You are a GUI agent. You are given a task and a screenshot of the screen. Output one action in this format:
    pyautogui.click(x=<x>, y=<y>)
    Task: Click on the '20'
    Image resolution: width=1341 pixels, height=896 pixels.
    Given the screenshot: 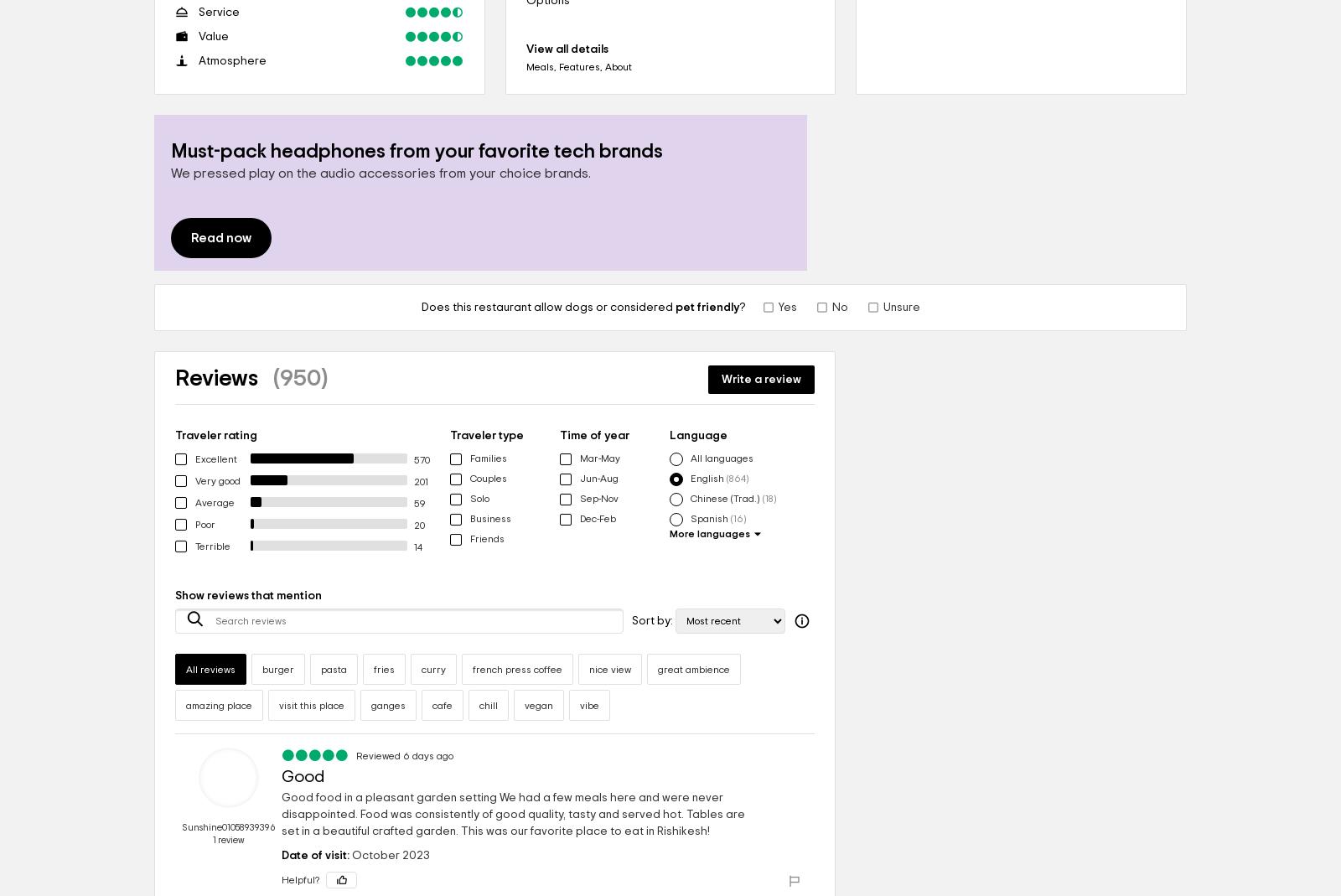 What is the action you would take?
    pyautogui.click(x=413, y=525)
    